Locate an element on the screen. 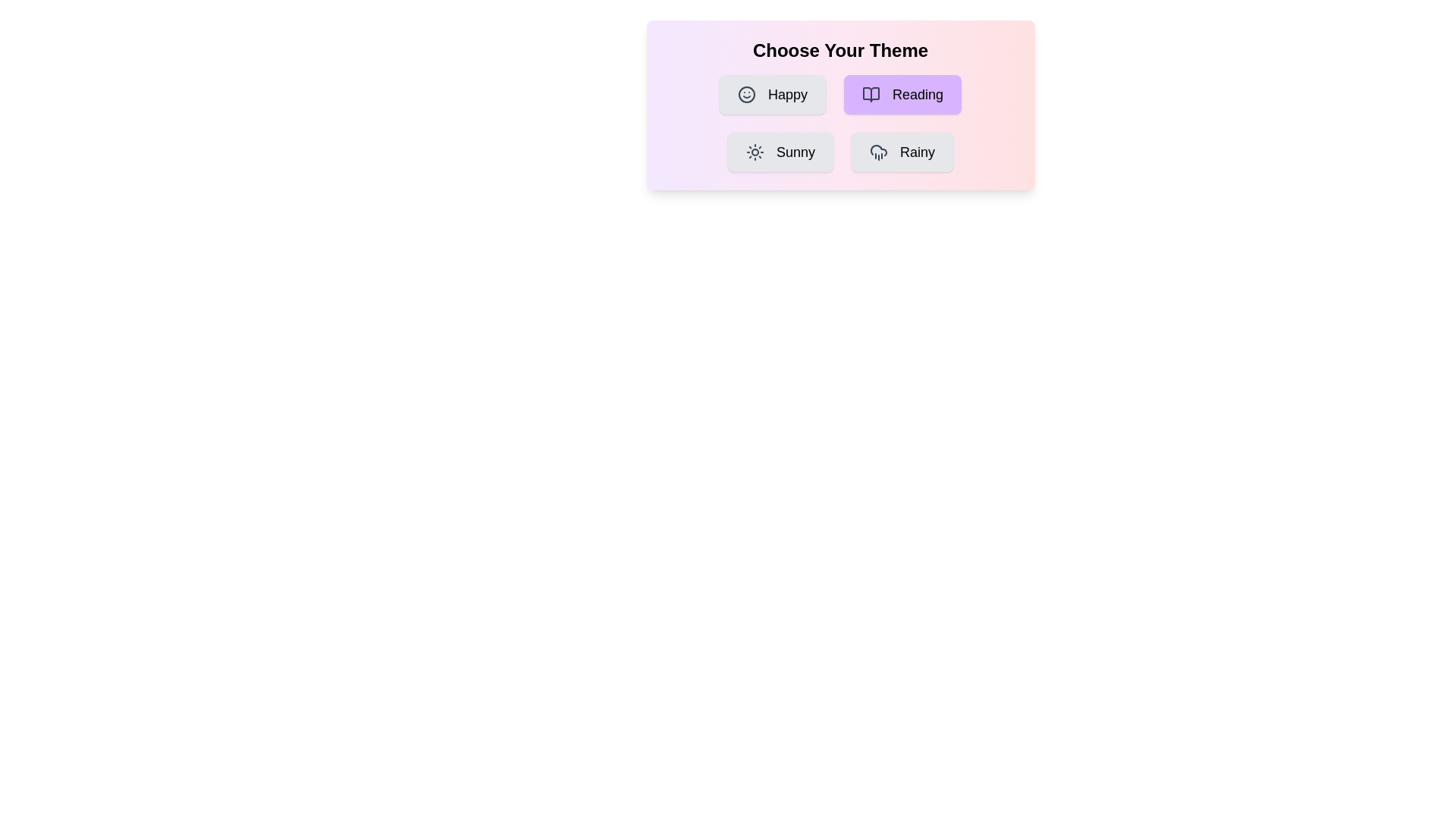 The image size is (1456, 819). the theme Sunny by clicking on its button is located at coordinates (780, 152).